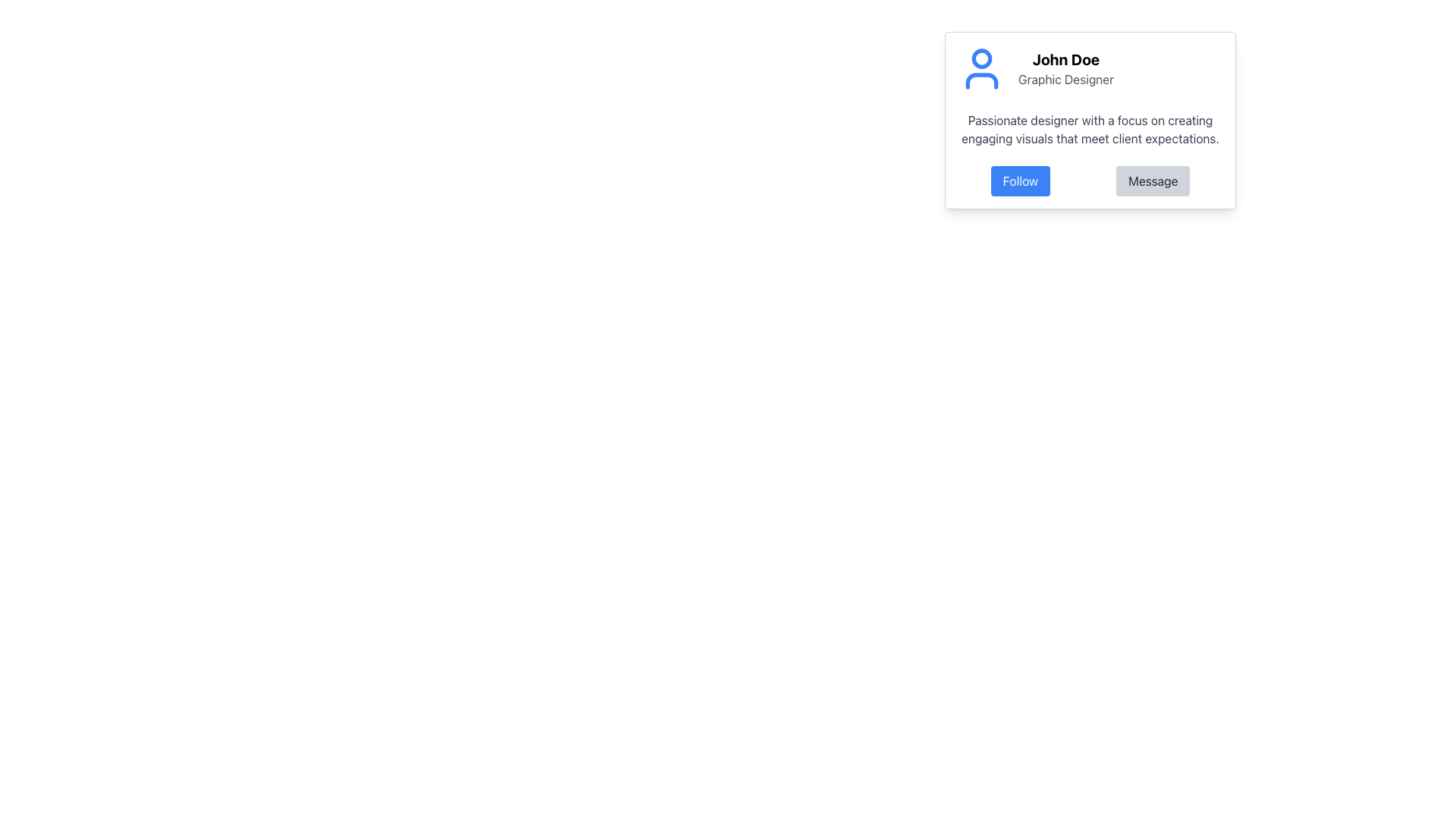 This screenshot has height=819, width=1456. What do you see at coordinates (1065, 79) in the screenshot?
I see `the text label 'Graphic Designer' styled in gray font, located immediately beneath the bold text 'John Doe' within the user profile card layout` at bounding box center [1065, 79].